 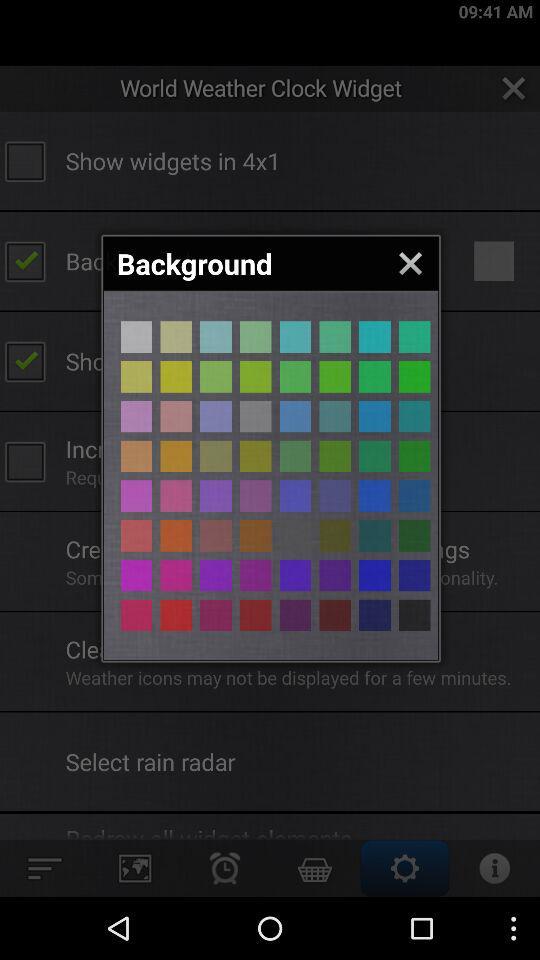 What do you see at coordinates (413, 495) in the screenshot?
I see `color selection` at bounding box center [413, 495].